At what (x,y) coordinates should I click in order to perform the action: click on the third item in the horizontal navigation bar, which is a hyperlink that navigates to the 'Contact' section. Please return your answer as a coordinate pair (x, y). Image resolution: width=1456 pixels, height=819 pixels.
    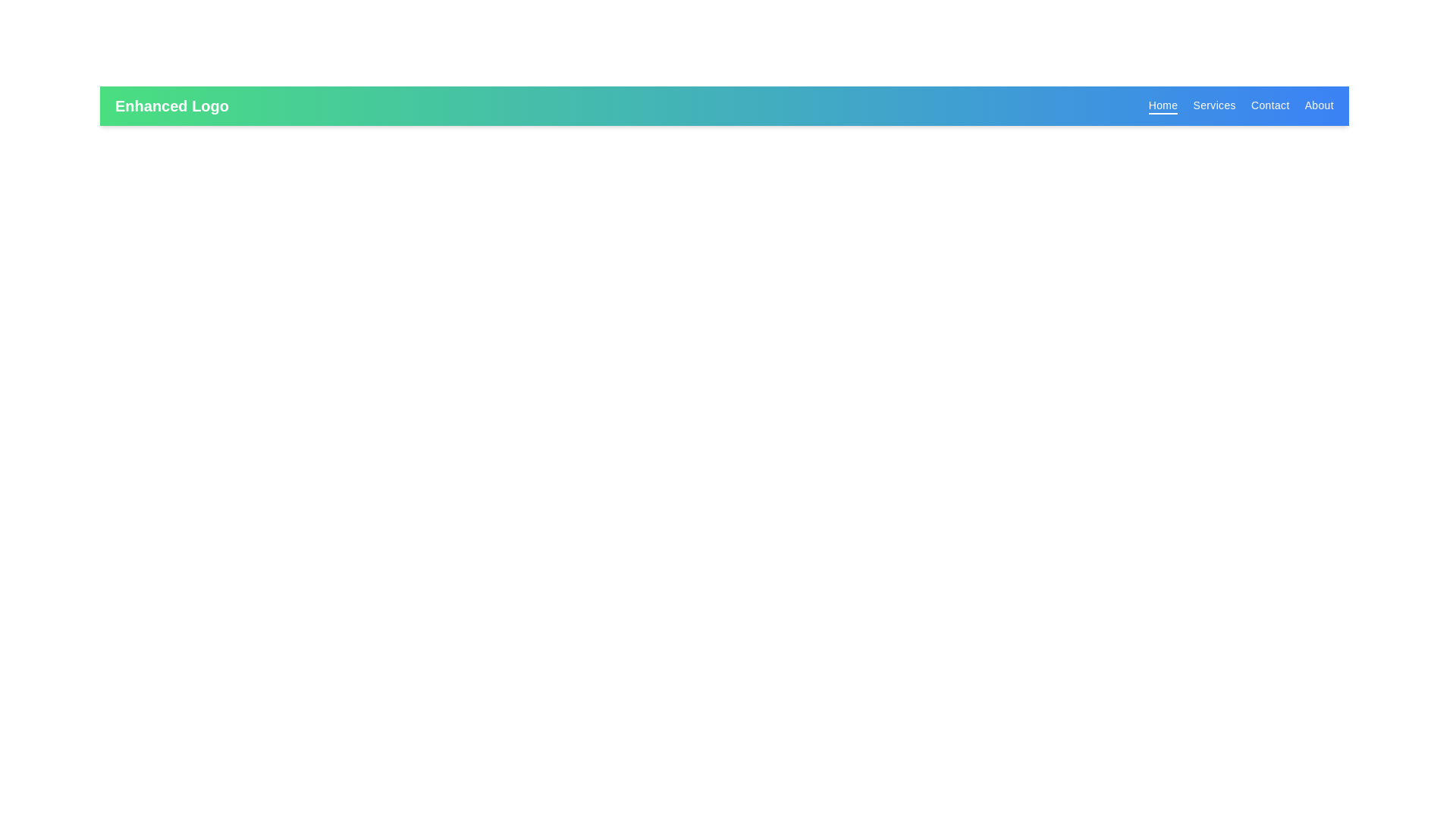
    Looking at the image, I should click on (1270, 105).